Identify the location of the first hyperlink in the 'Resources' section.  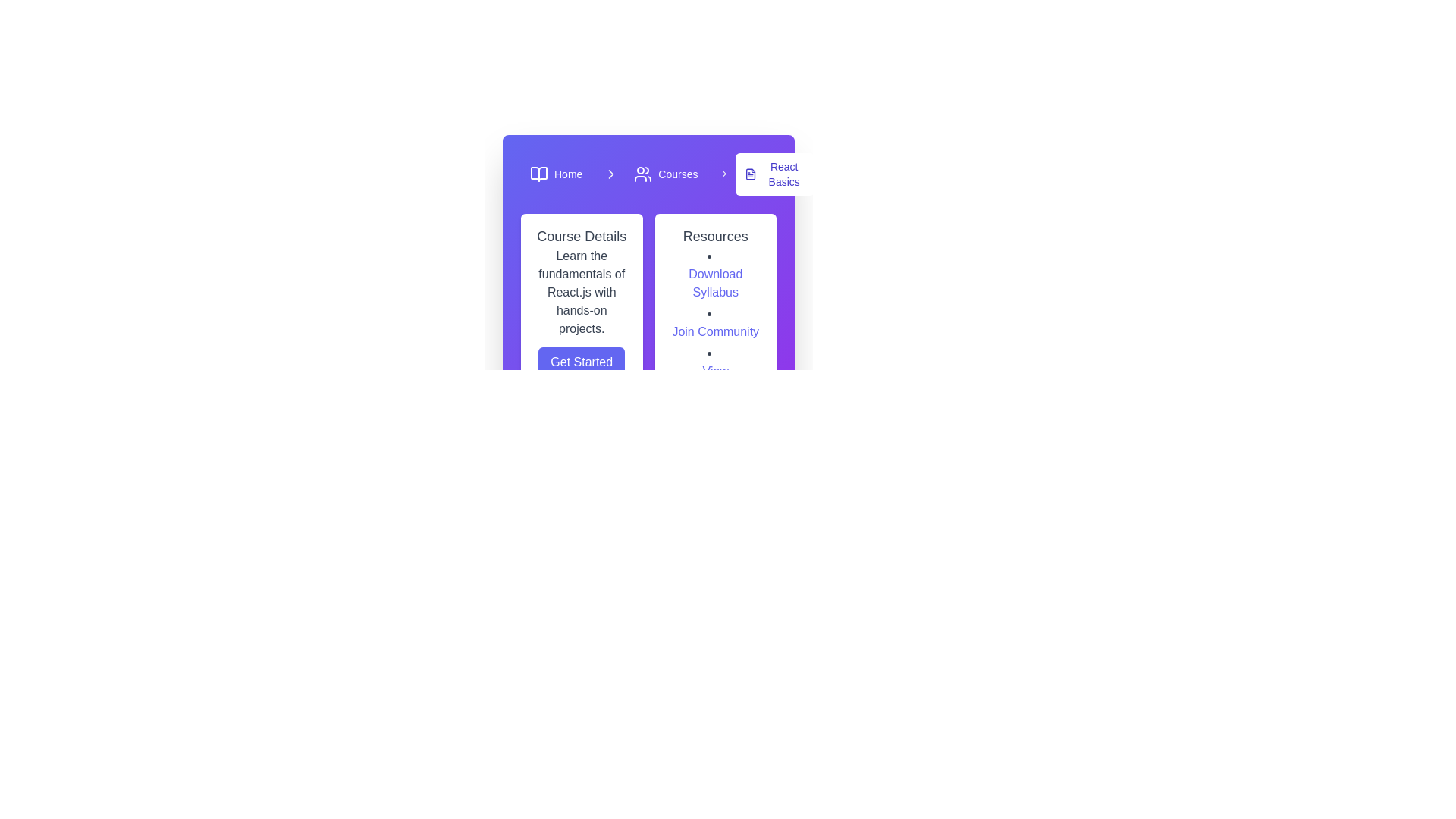
(714, 284).